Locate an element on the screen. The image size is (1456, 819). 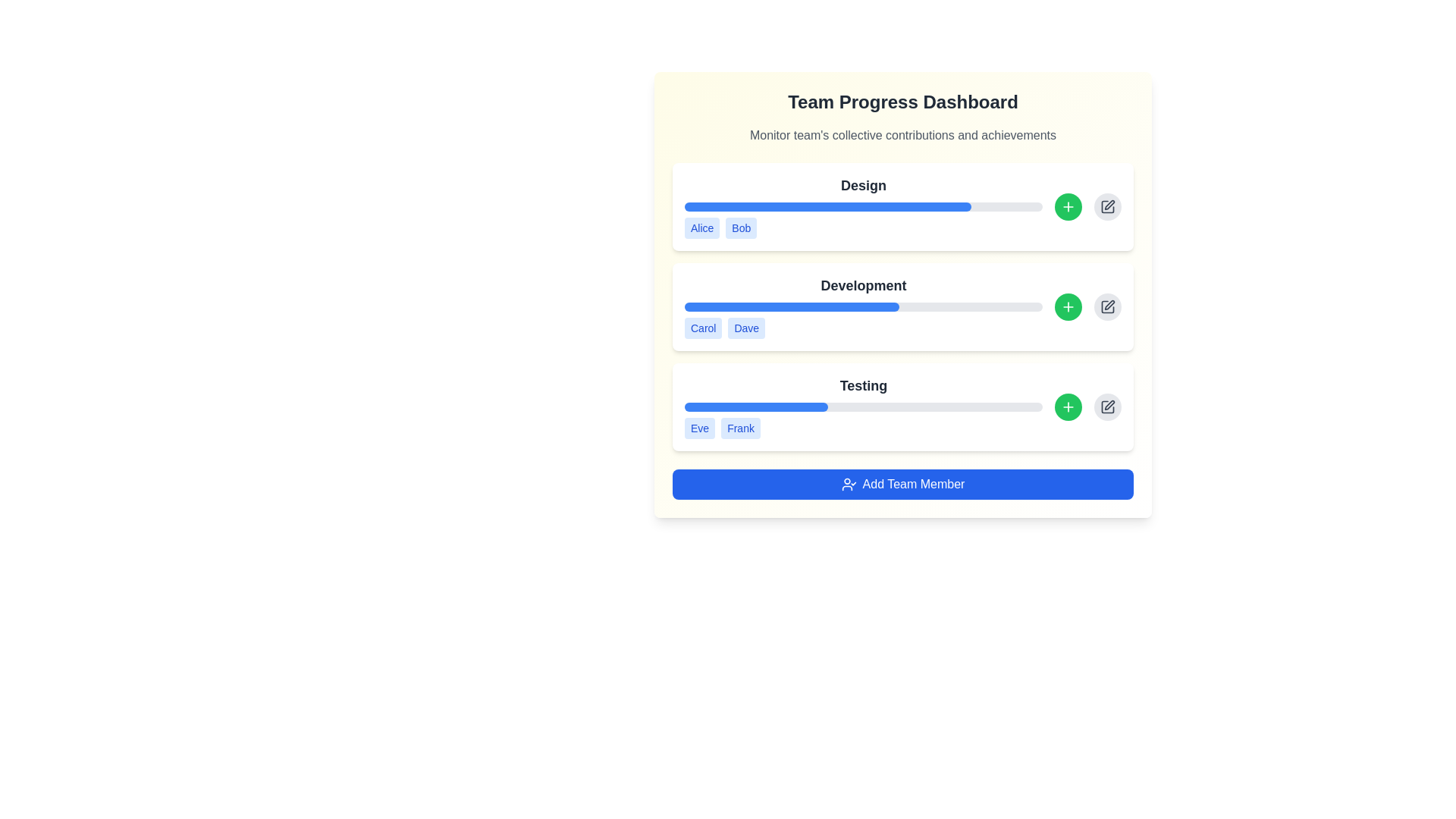
the filled portion of the progress bar indicating 80% completion under the 'Design' label is located at coordinates (827, 207).